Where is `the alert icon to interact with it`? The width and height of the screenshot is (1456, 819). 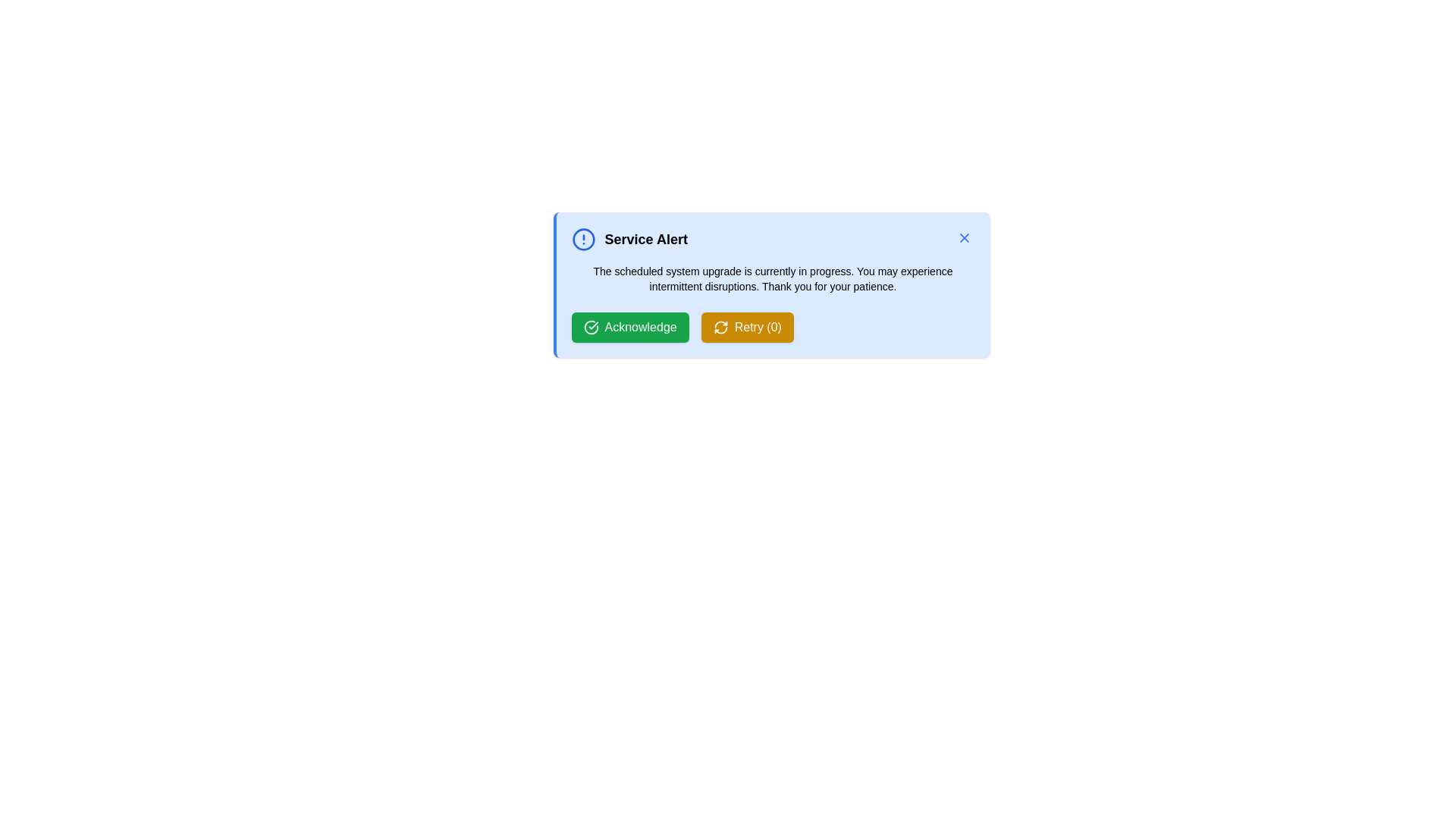 the alert icon to interact with it is located at coordinates (582, 239).